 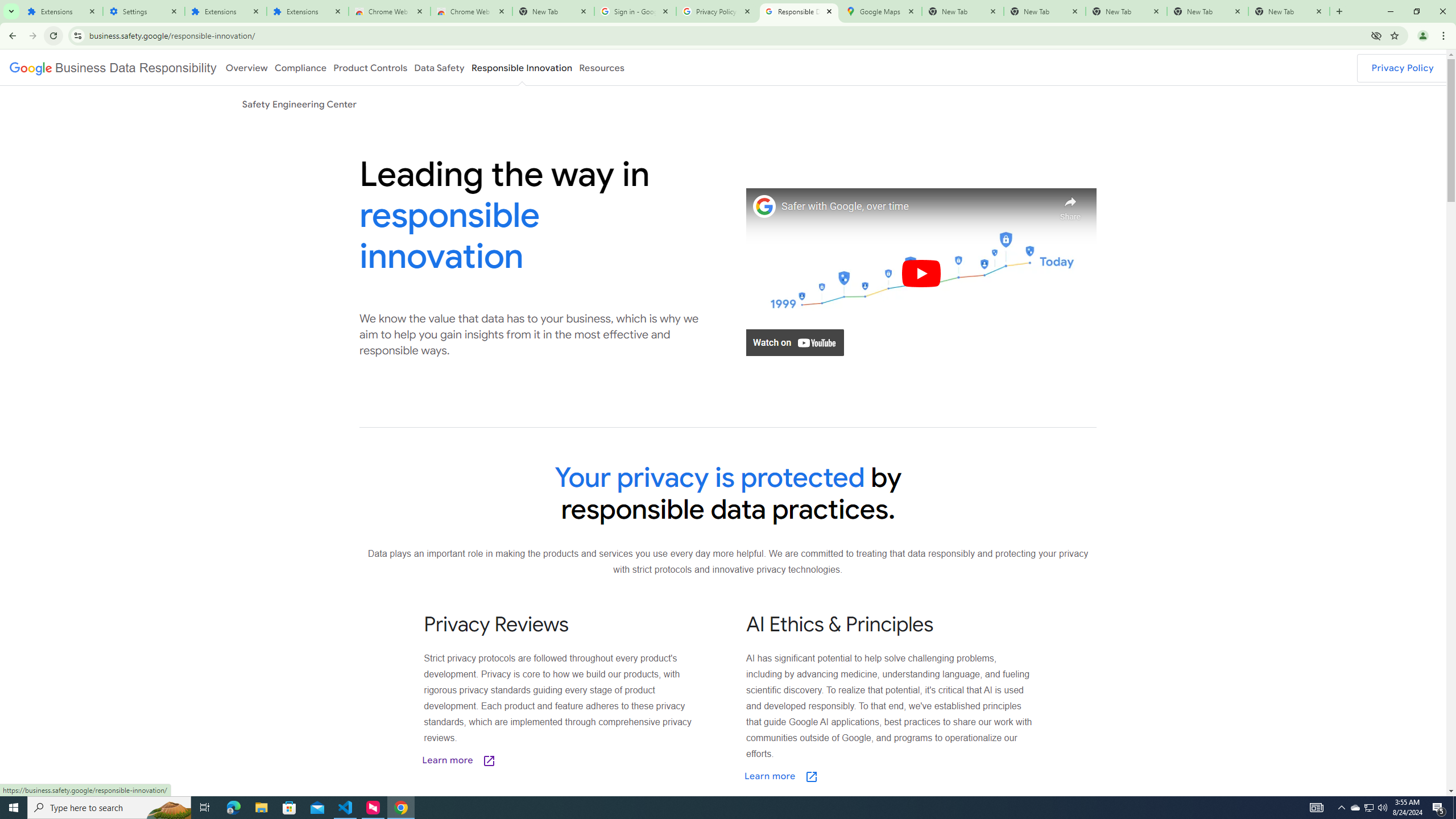 What do you see at coordinates (11, 35) in the screenshot?
I see `'Back'` at bounding box center [11, 35].